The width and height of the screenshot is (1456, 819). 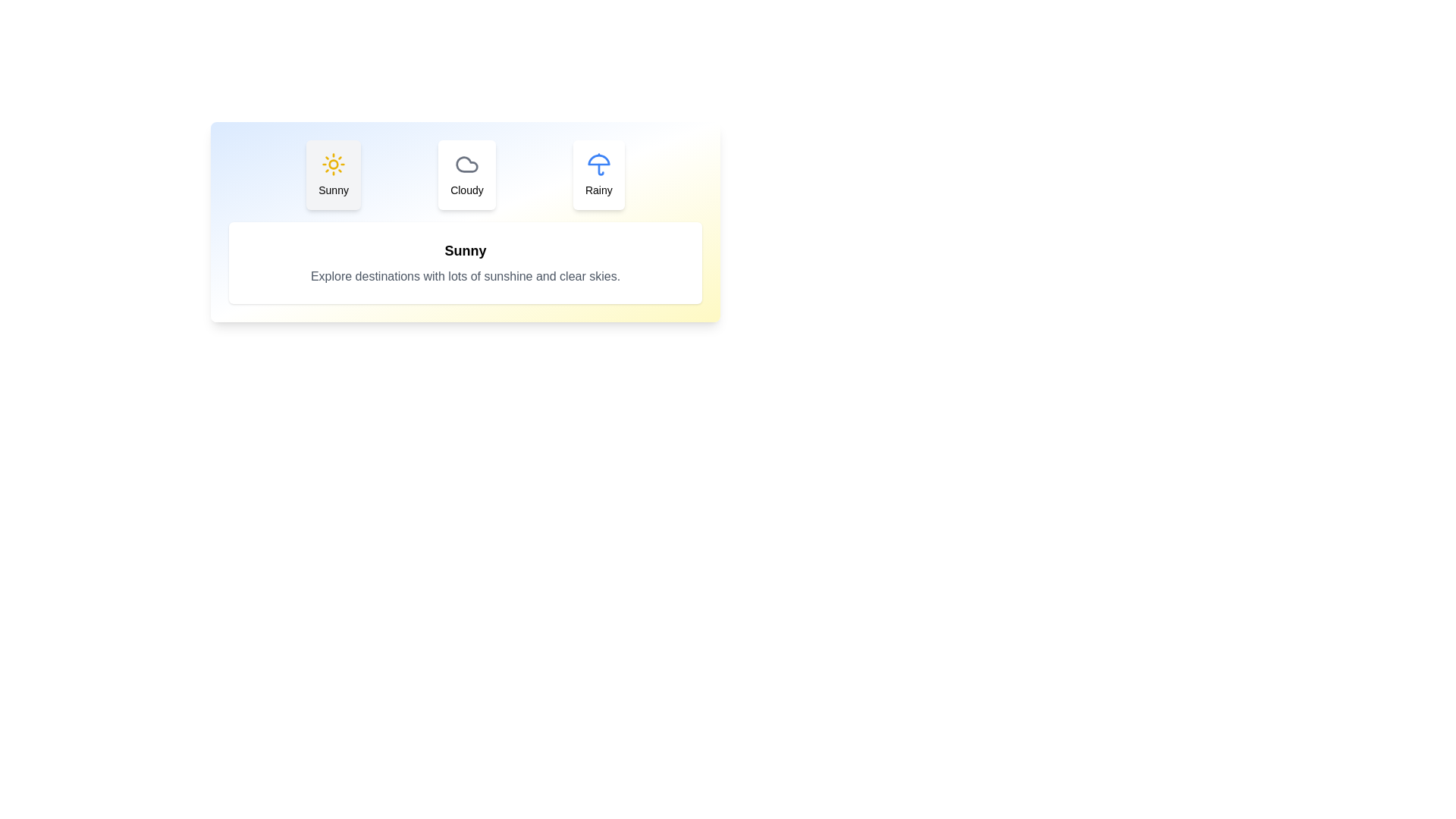 What do you see at coordinates (466, 174) in the screenshot?
I see `the Cloudy button to view its details` at bounding box center [466, 174].